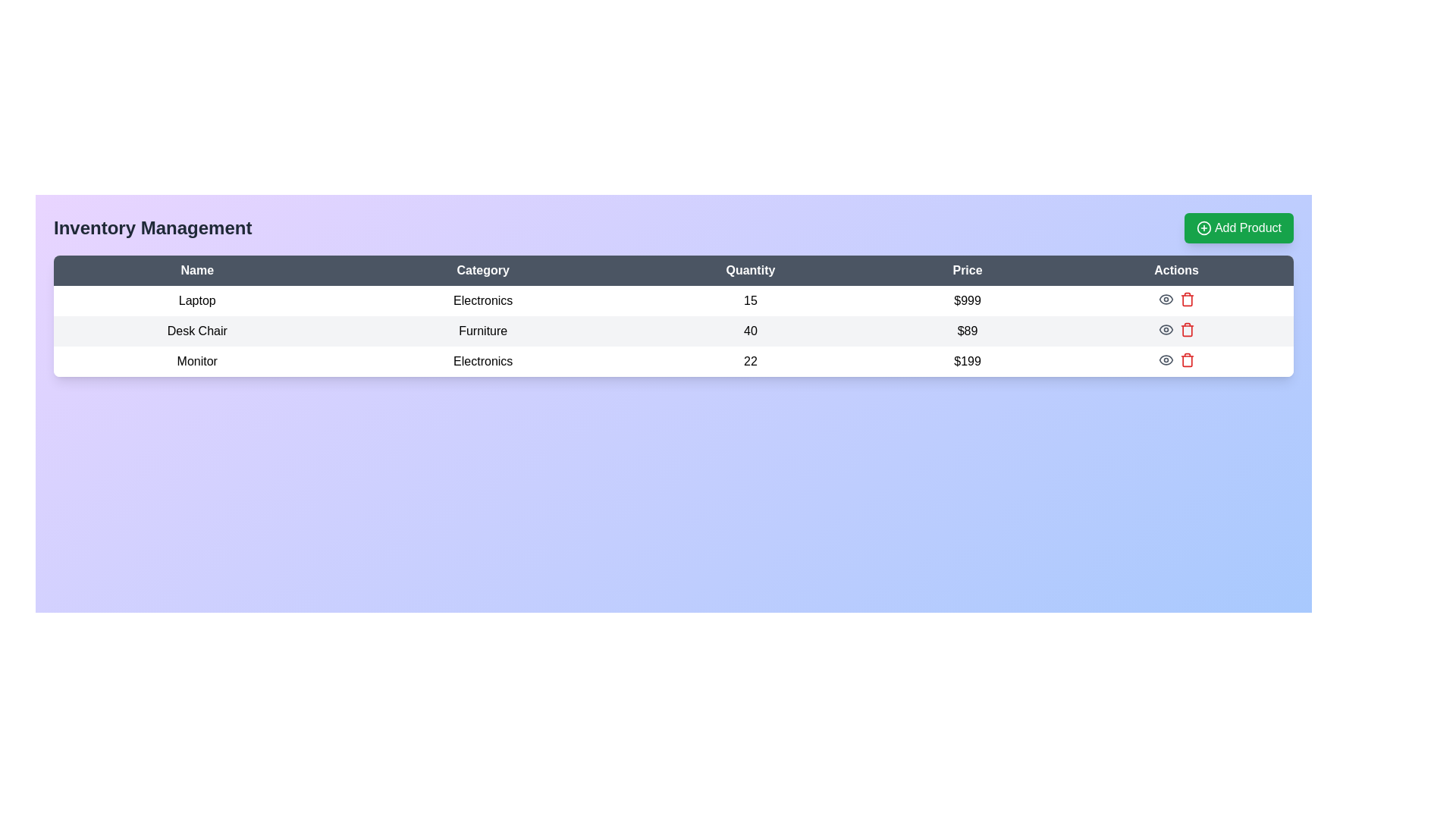 The height and width of the screenshot is (819, 1456). What do you see at coordinates (673, 362) in the screenshot?
I see `the last row in the Inventory Management table, which contains the fields 'Monitor', 'Electronics', '22', and '$199'` at bounding box center [673, 362].